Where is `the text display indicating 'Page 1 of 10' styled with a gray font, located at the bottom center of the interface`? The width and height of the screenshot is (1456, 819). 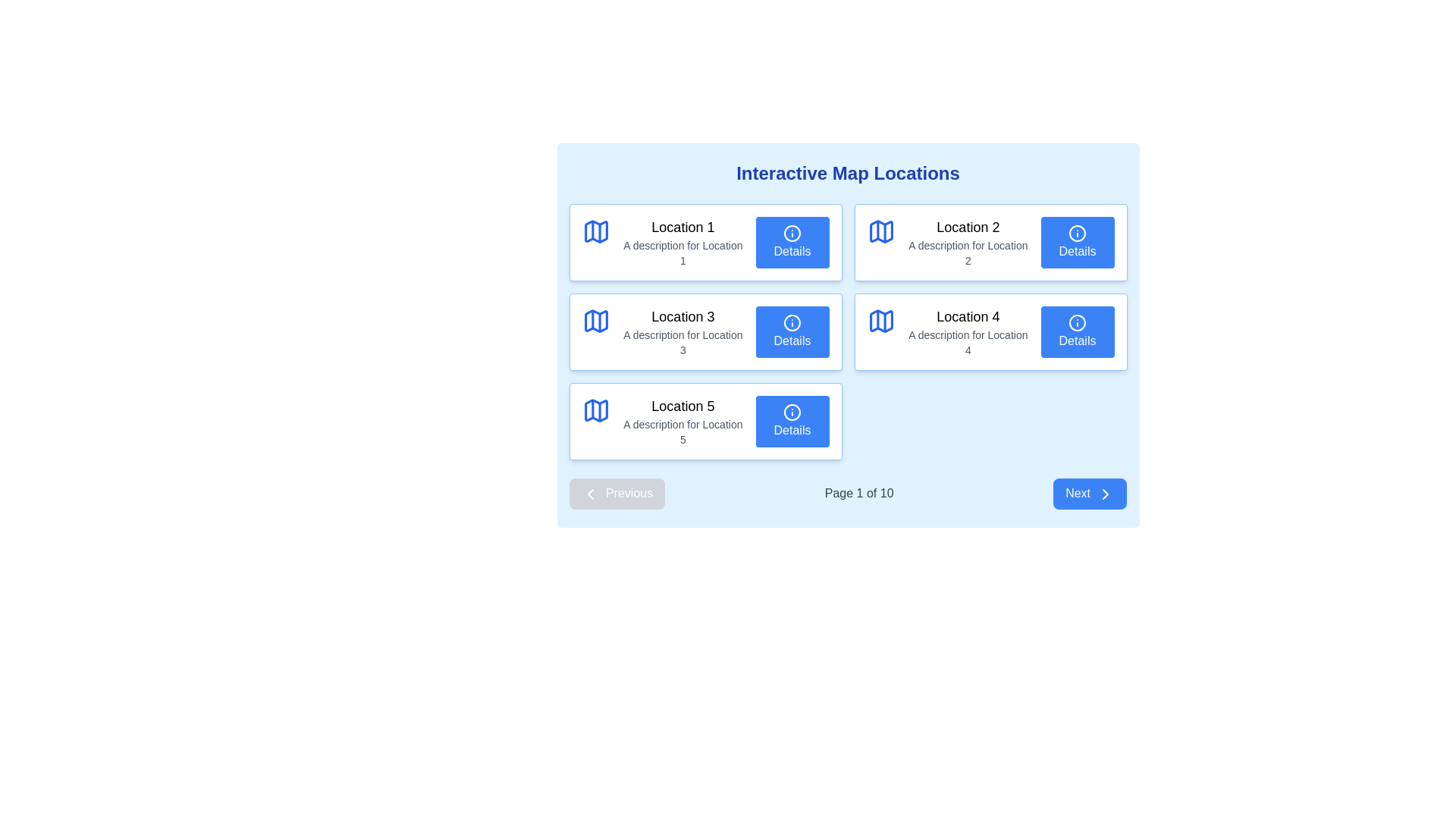
the text display indicating 'Page 1 of 10' styled with a gray font, located at the bottom center of the interface is located at coordinates (859, 494).